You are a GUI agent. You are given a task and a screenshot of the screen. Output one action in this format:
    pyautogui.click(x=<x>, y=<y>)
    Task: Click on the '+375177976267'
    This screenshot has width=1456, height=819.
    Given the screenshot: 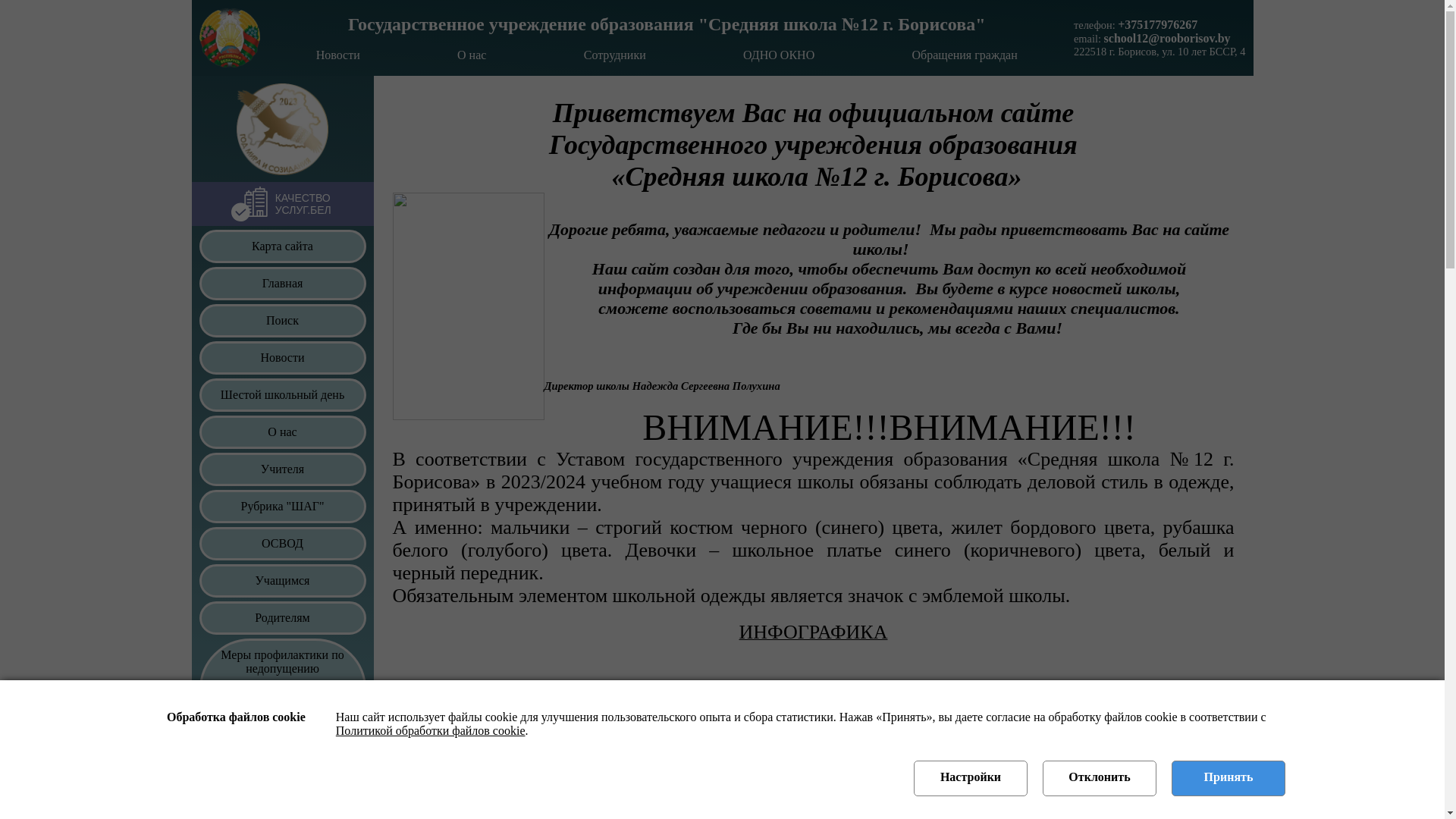 What is the action you would take?
    pyautogui.click(x=1117, y=24)
    